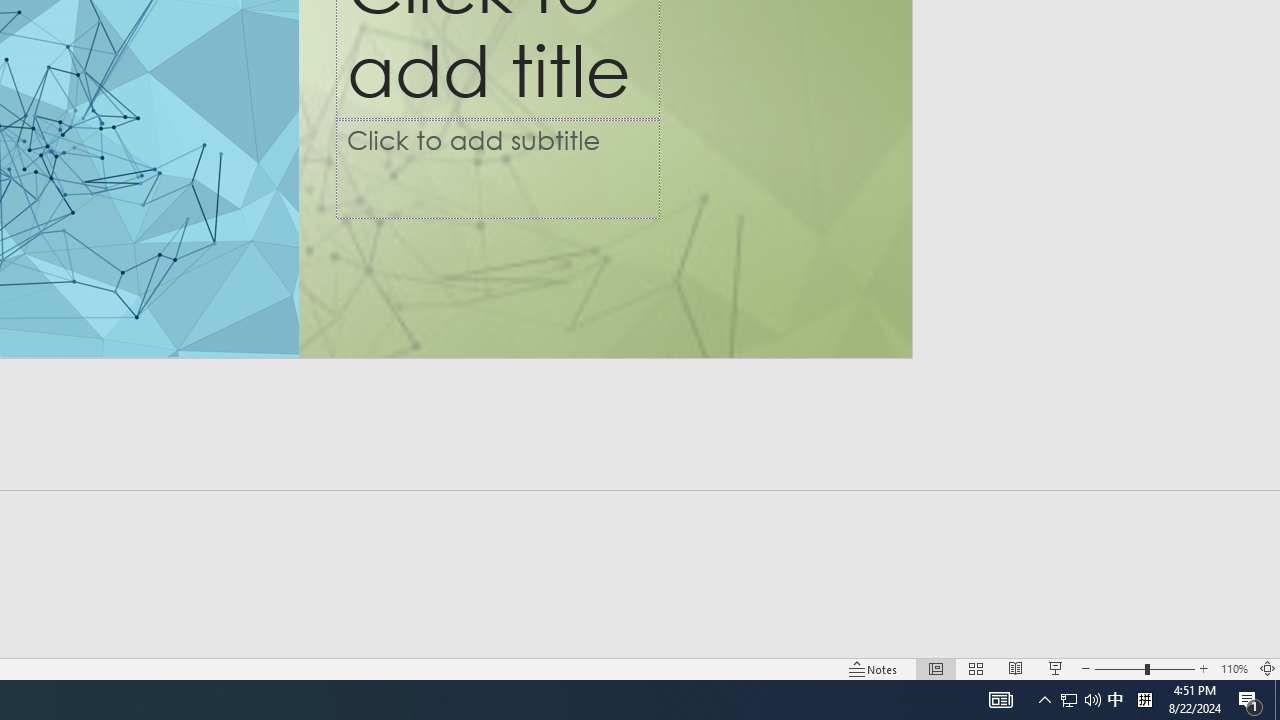 Image resolution: width=1280 pixels, height=720 pixels. What do you see at coordinates (1233, 669) in the screenshot?
I see `'Zoom 110%'` at bounding box center [1233, 669].